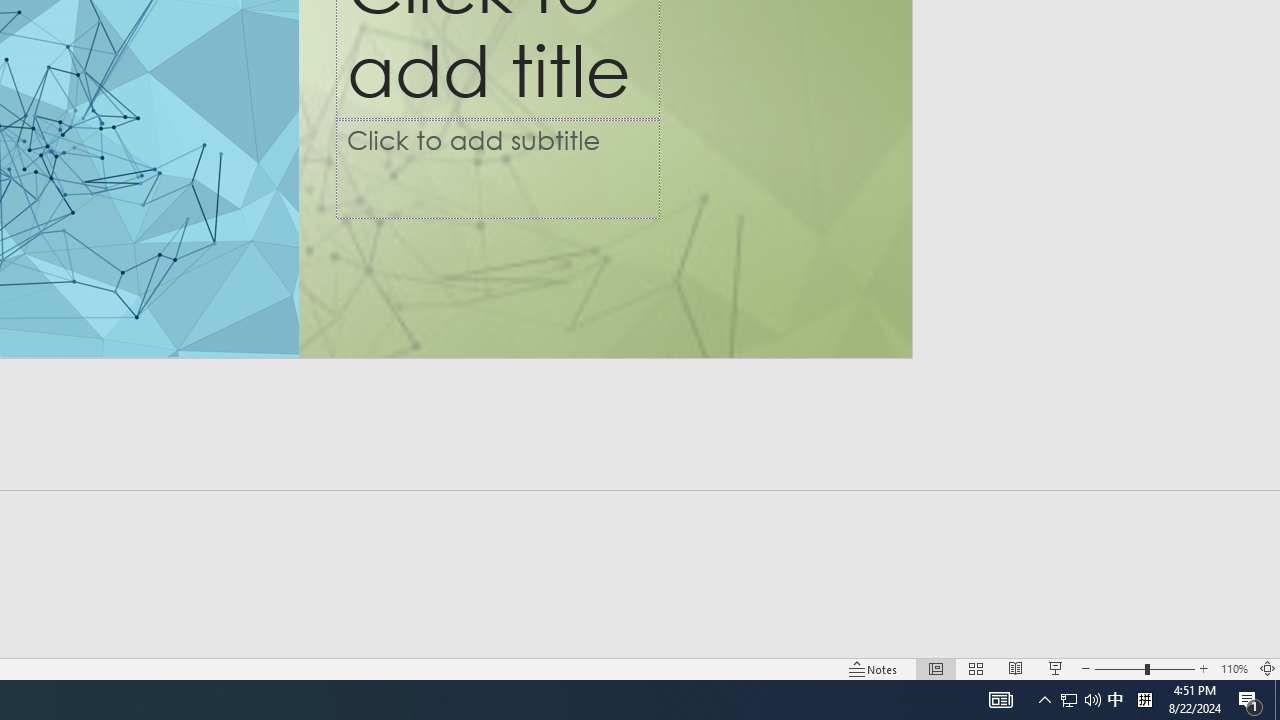 Image resolution: width=1280 pixels, height=720 pixels. What do you see at coordinates (1233, 669) in the screenshot?
I see `'Zoom 110%'` at bounding box center [1233, 669].